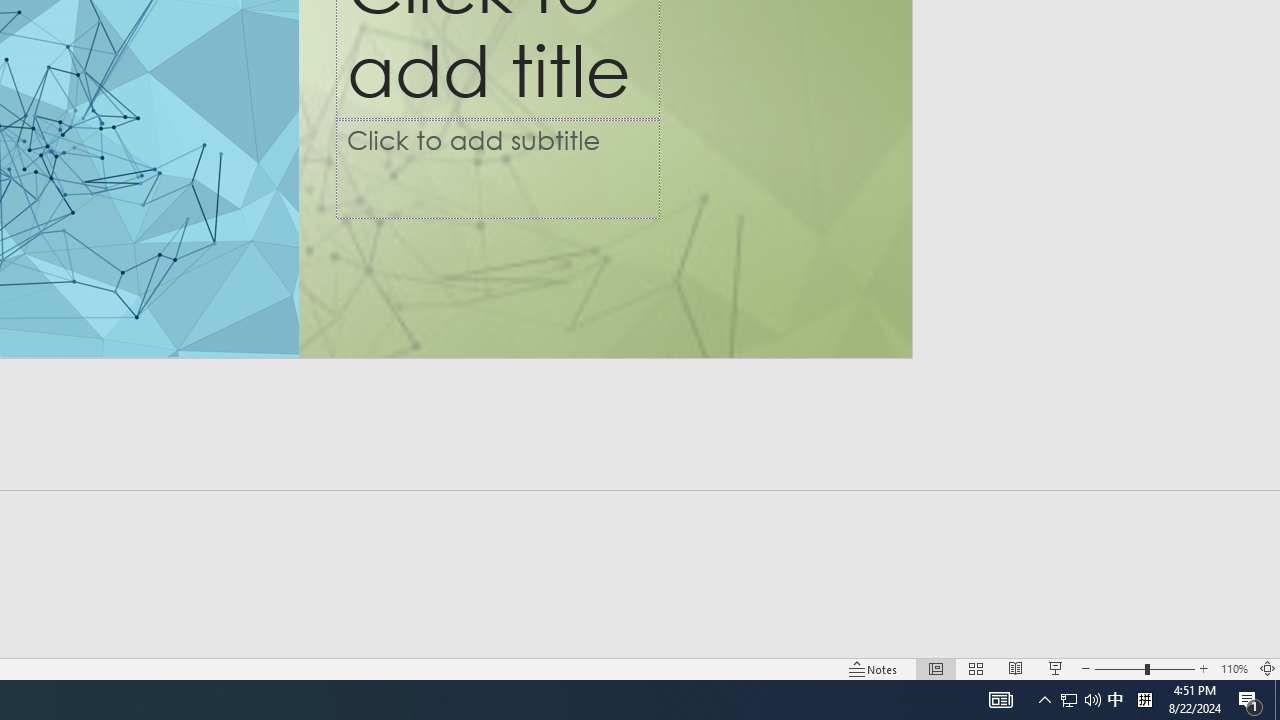 Image resolution: width=1280 pixels, height=720 pixels. What do you see at coordinates (1233, 669) in the screenshot?
I see `'Zoom 110%'` at bounding box center [1233, 669].